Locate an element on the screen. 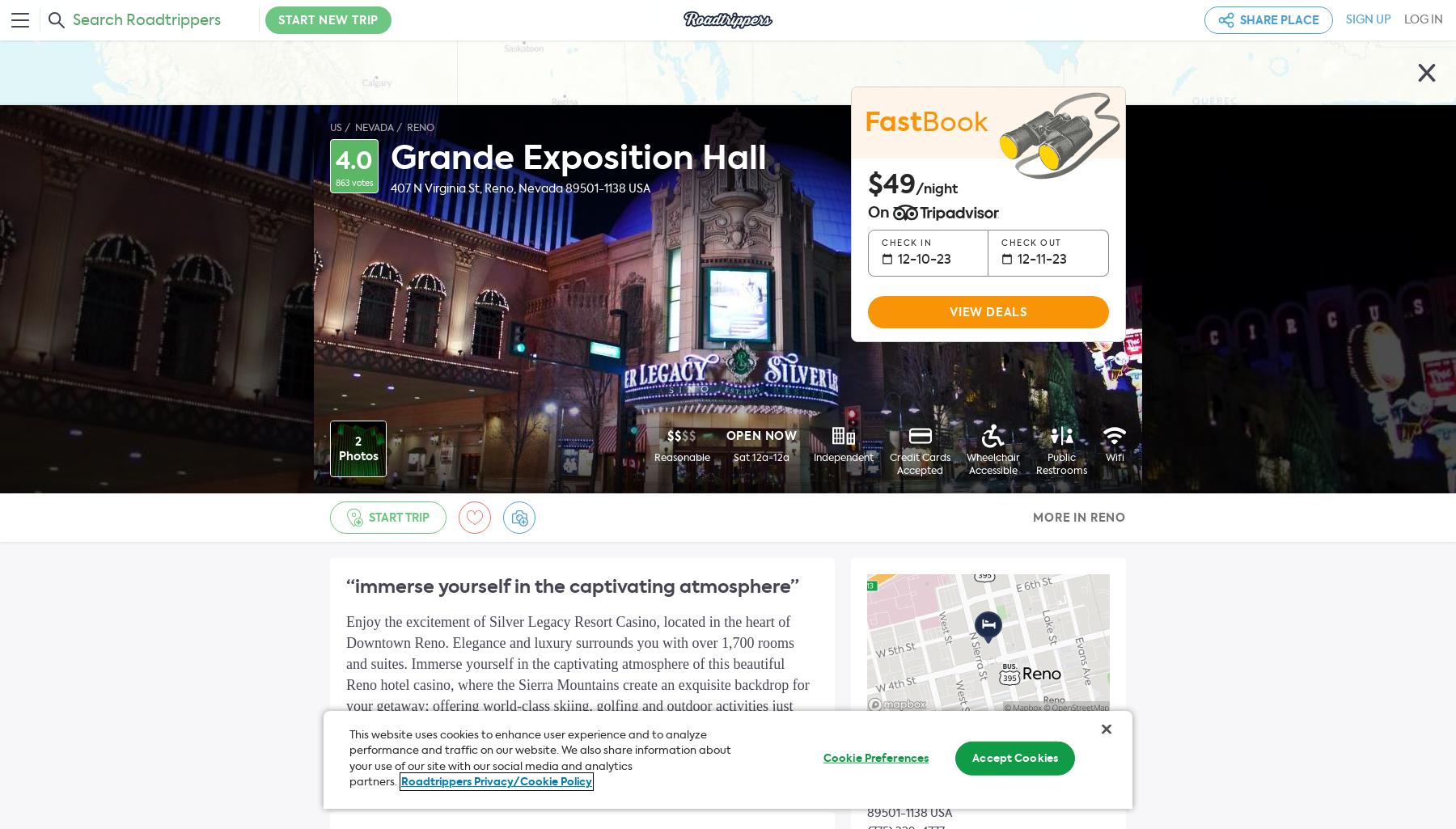 The image size is (1456, 829). 'Public' is located at coordinates (1061, 458).